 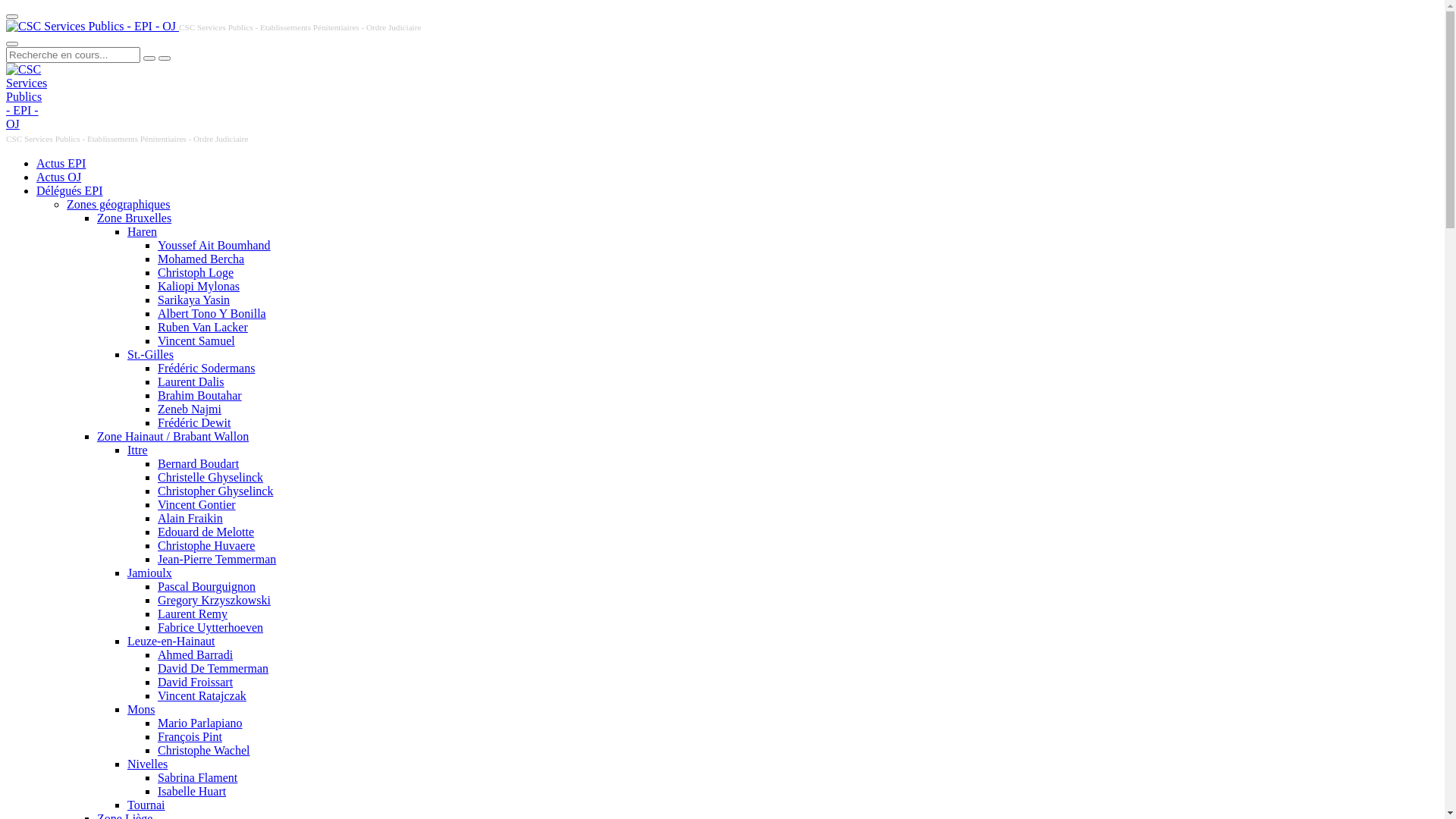 I want to click on 'Vincent Gontier', so click(x=196, y=504).